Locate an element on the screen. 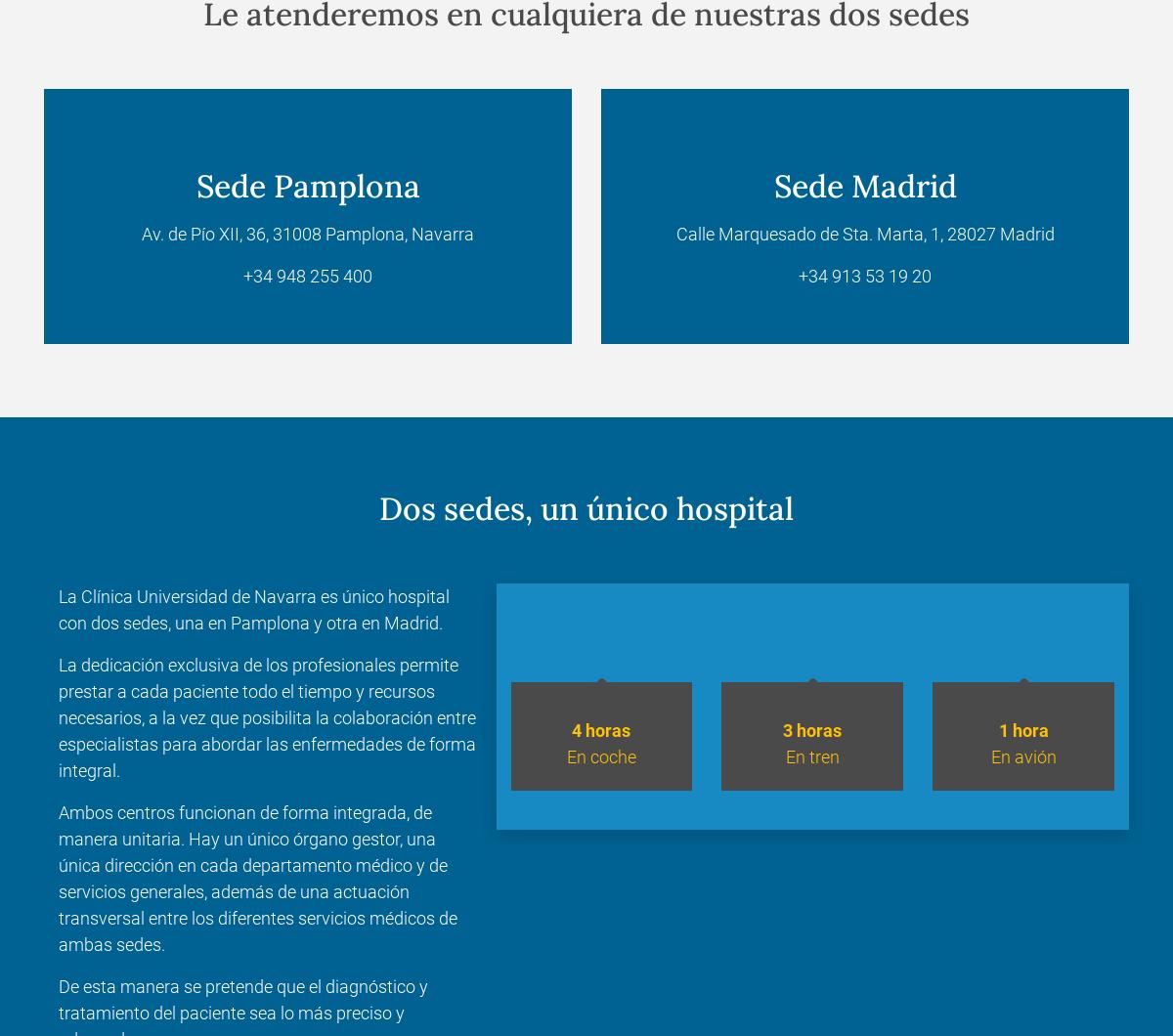 Image resolution: width=1173 pixels, height=1036 pixels. '+34 913 53 19 20' is located at coordinates (864, 276).